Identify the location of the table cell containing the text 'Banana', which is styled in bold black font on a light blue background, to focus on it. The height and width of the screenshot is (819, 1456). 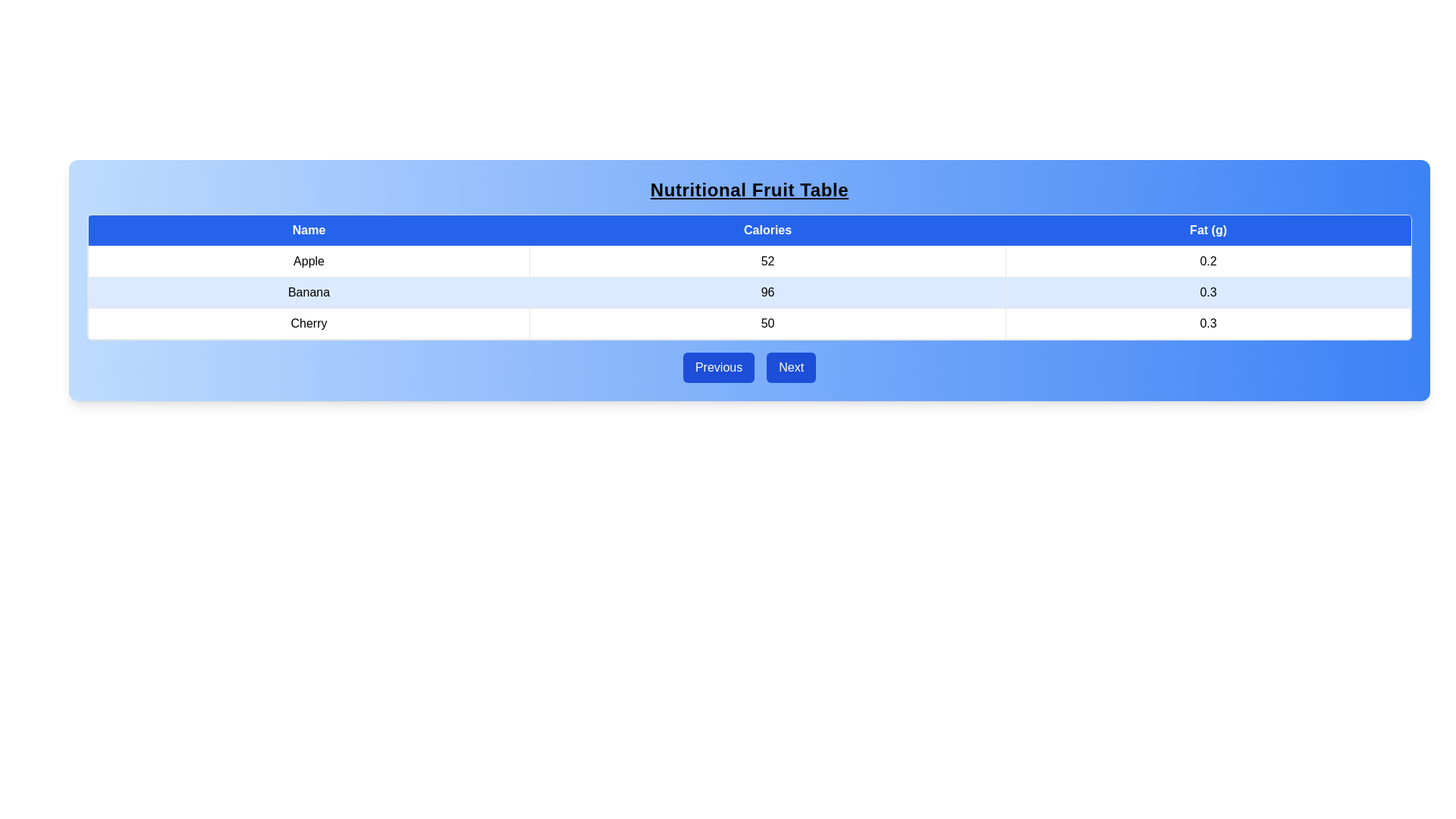
(308, 292).